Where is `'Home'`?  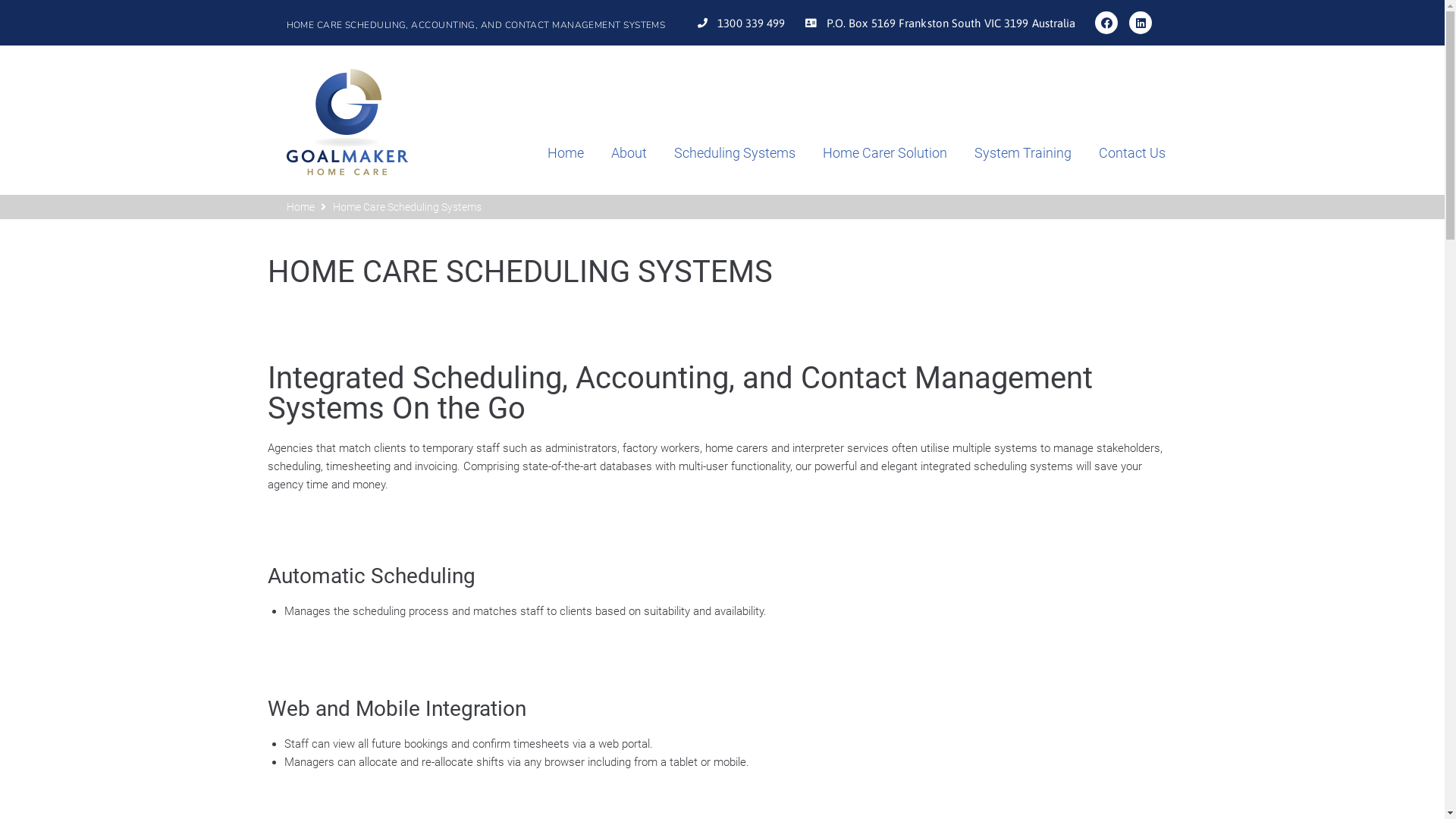
'Home' is located at coordinates (551, 153).